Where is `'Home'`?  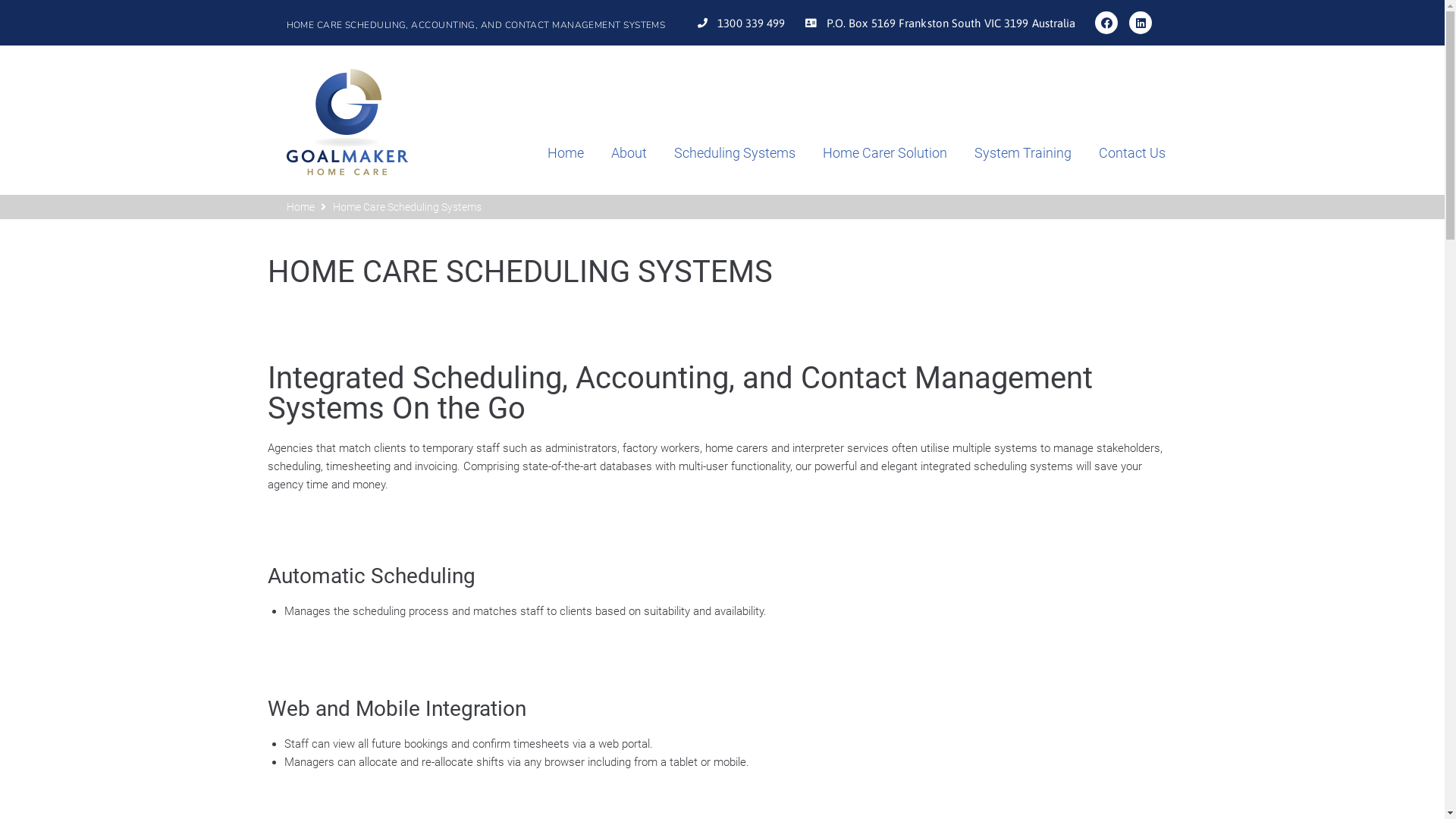
'Home' is located at coordinates (551, 153).